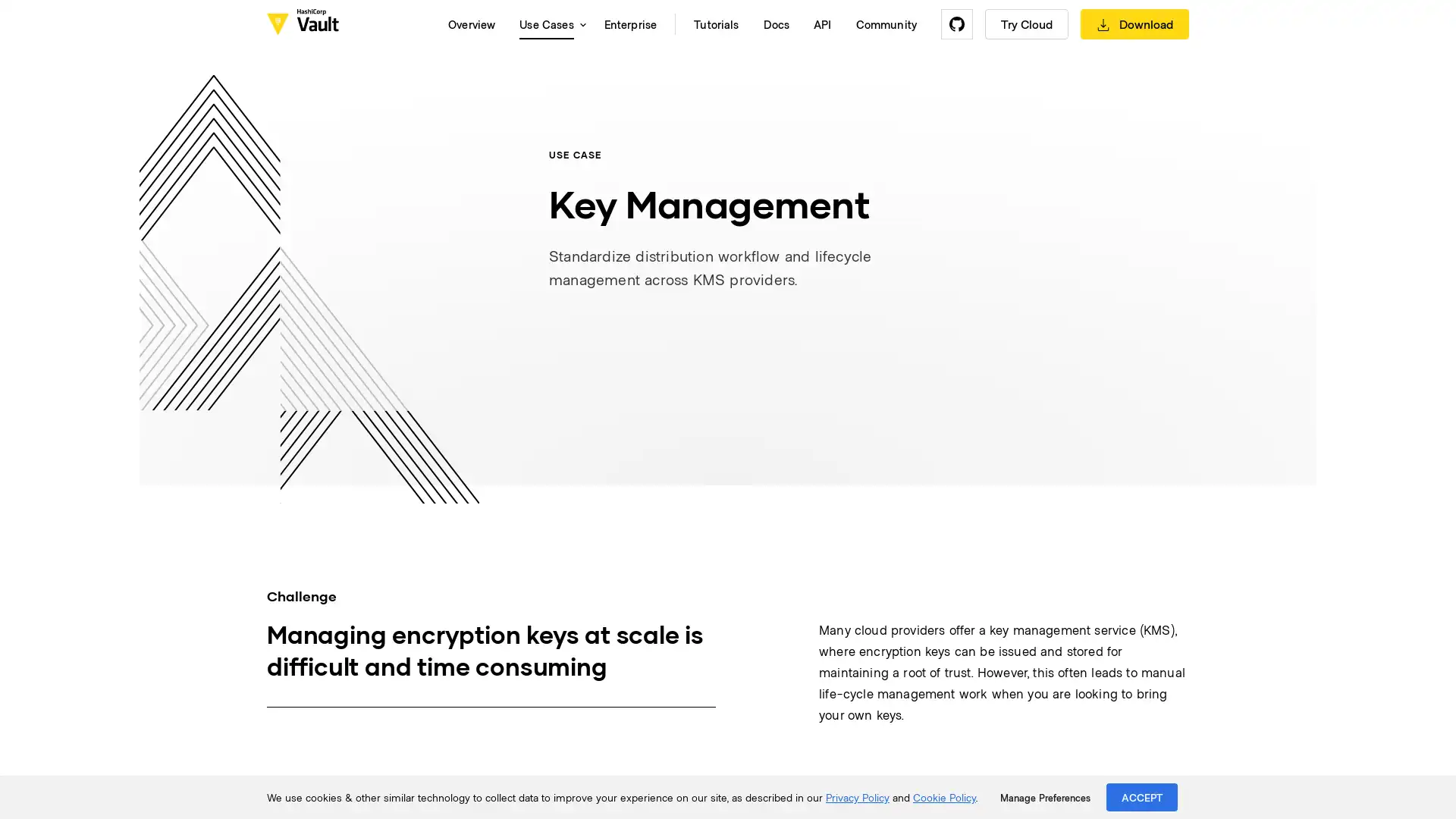 This screenshot has height=819, width=1456. Describe the element at coordinates (548, 24) in the screenshot. I see `Use Cases` at that location.